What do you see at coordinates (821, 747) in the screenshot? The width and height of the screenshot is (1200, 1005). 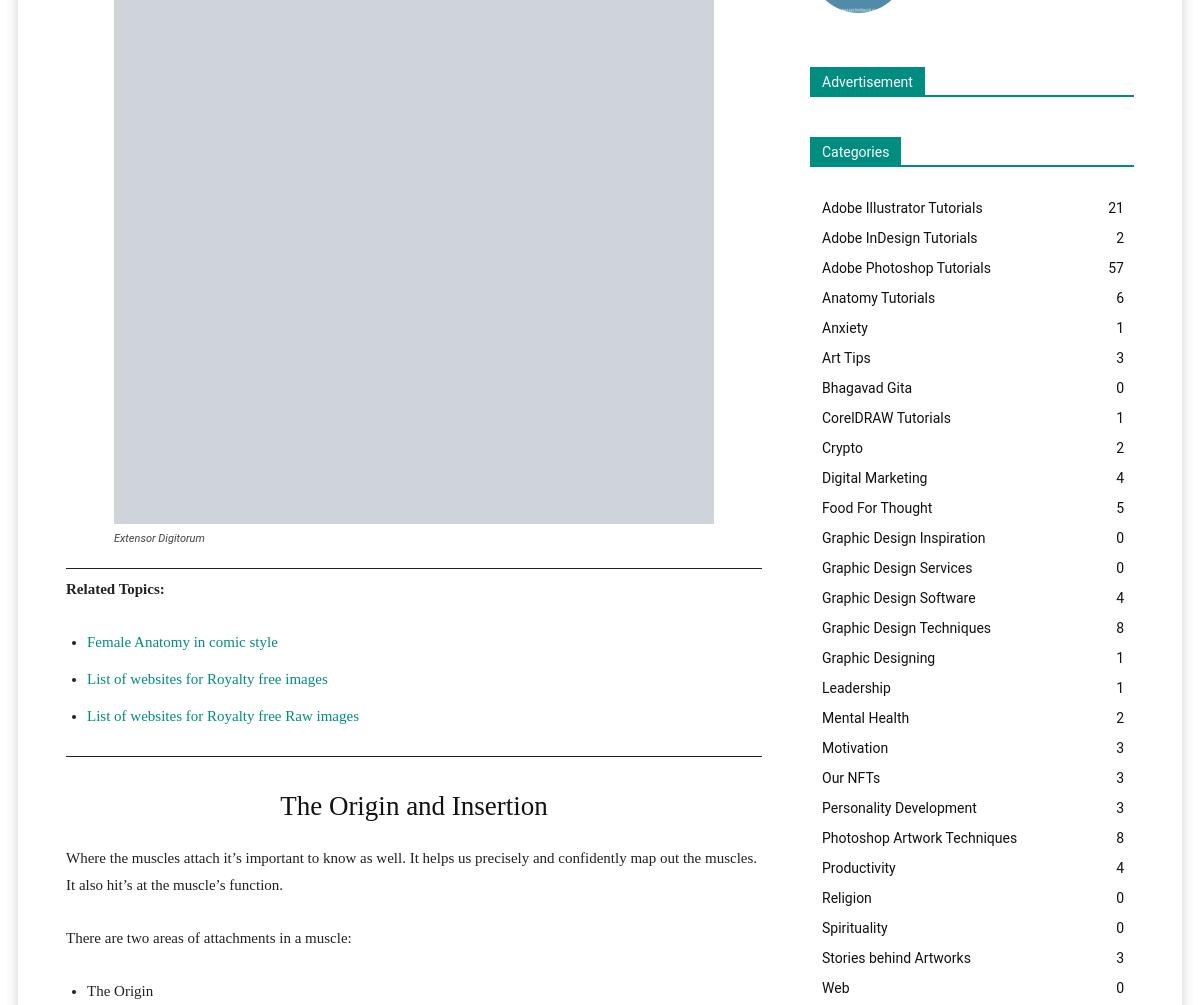 I see `'Motivation'` at bounding box center [821, 747].